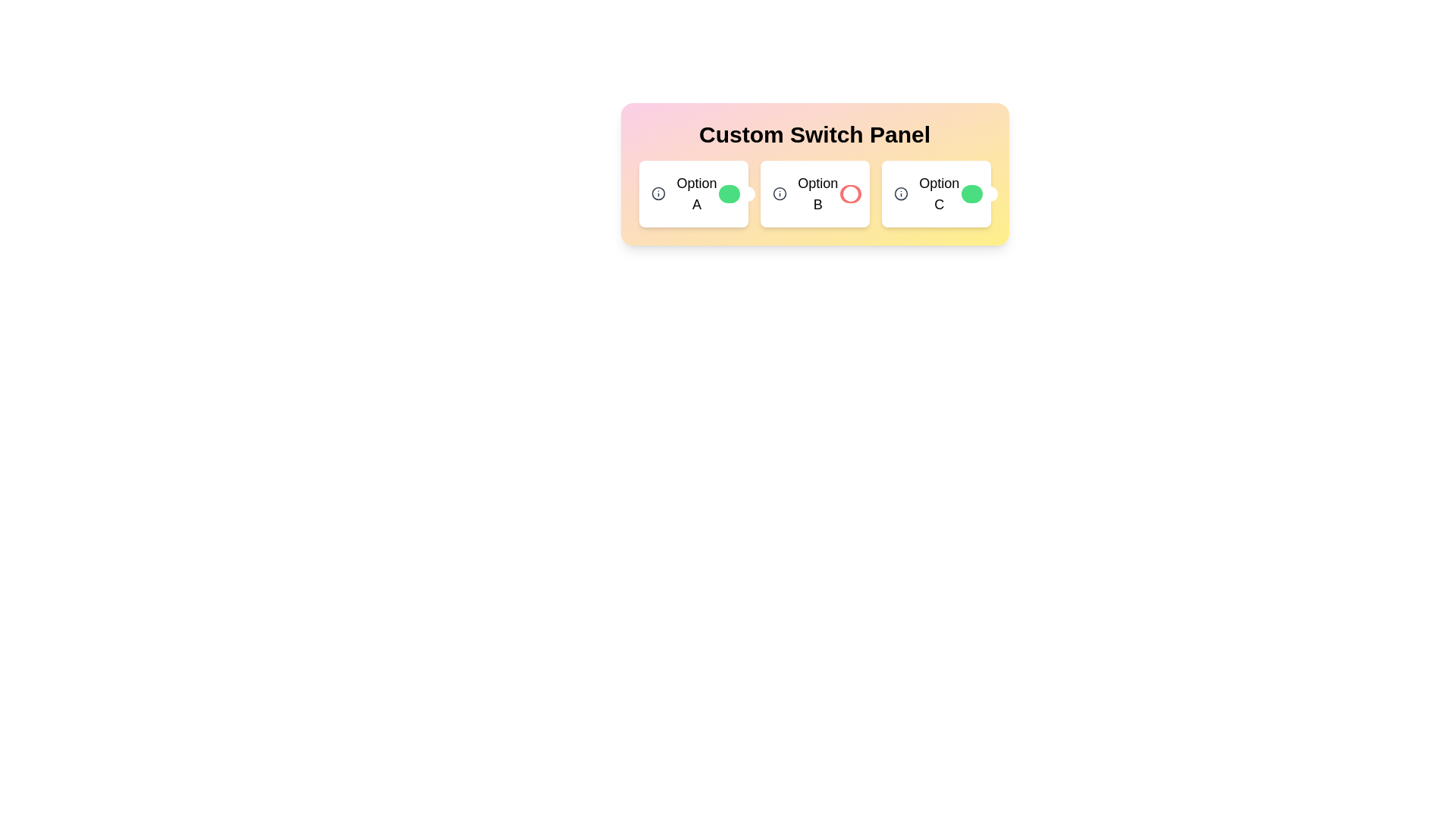 The height and width of the screenshot is (819, 1456). Describe the element at coordinates (901, 193) in the screenshot. I see `the information icon for Option C` at that location.